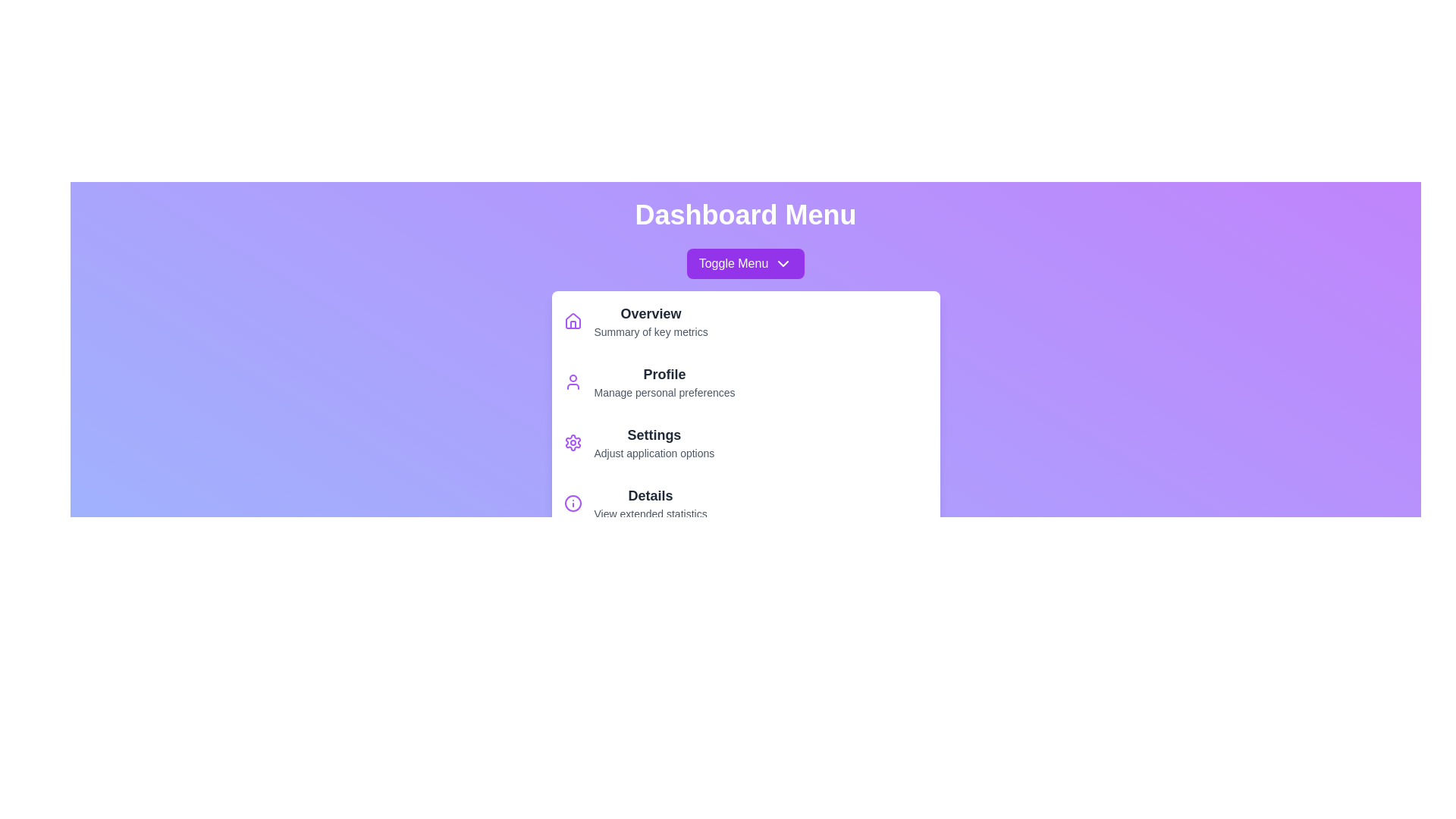  Describe the element at coordinates (745, 503) in the screenshot. I see `the menu item labeled Details to highlight it` at that location.